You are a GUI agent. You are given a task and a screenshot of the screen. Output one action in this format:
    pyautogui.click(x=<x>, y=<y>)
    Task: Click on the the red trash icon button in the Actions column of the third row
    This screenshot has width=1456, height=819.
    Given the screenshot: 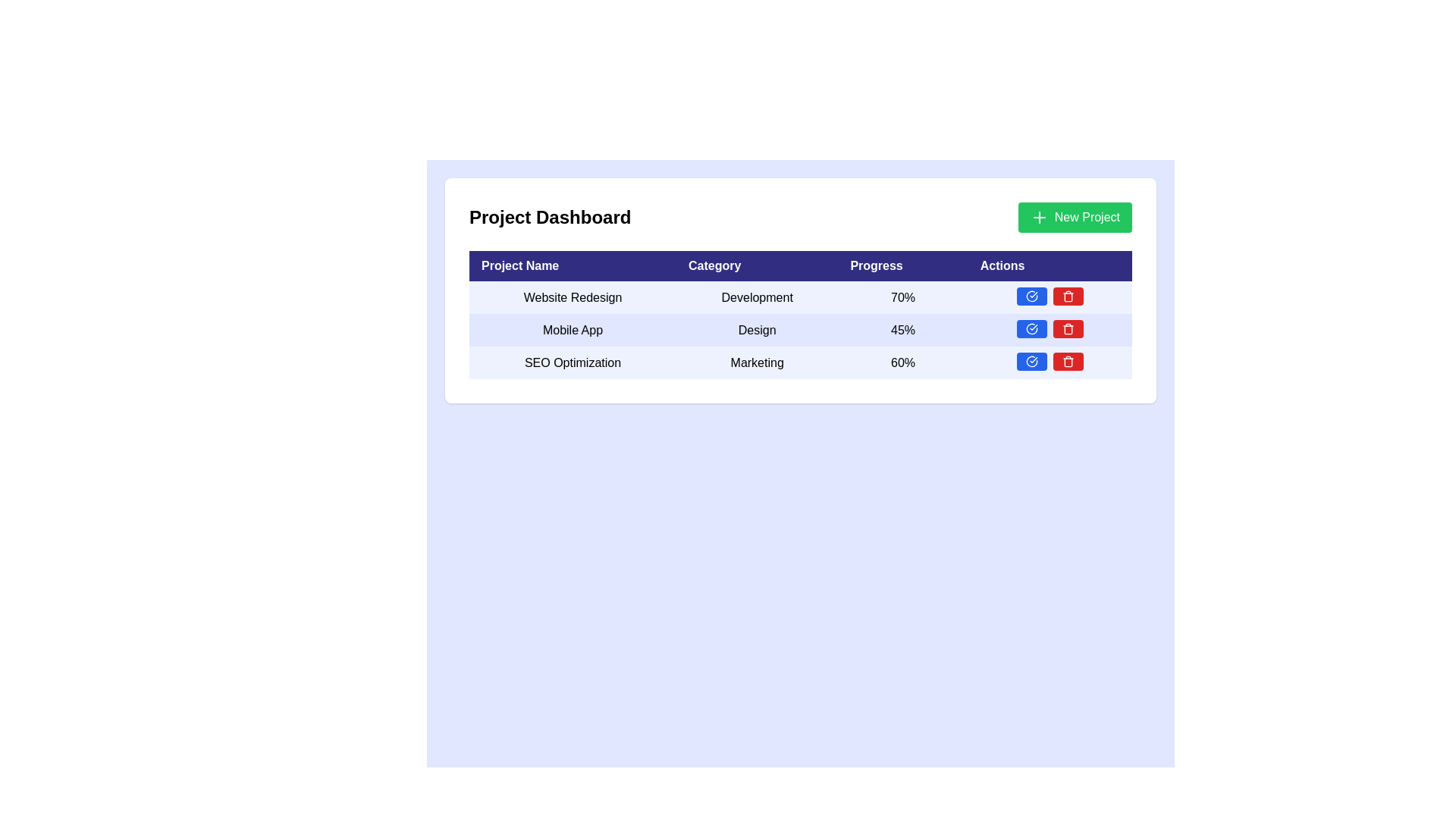 What is the action you would take?
    pyautogui.click(x=1067, y=296)
    